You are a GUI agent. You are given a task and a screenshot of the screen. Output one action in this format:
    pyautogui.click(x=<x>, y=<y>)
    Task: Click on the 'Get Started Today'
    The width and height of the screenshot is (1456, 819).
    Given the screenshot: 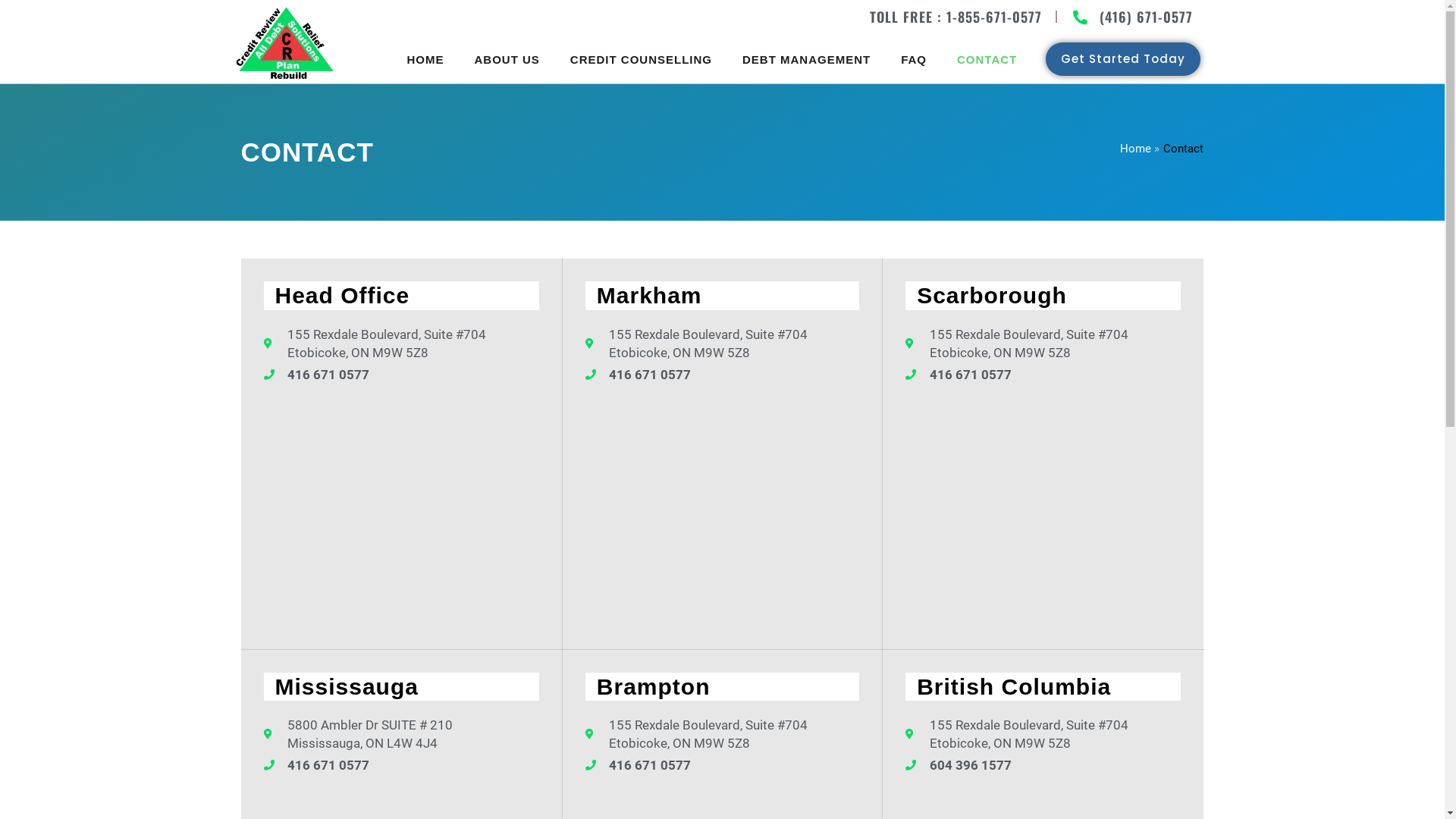 What is the action you would take?
    pyautogui.click(x=1044, y=58)
    